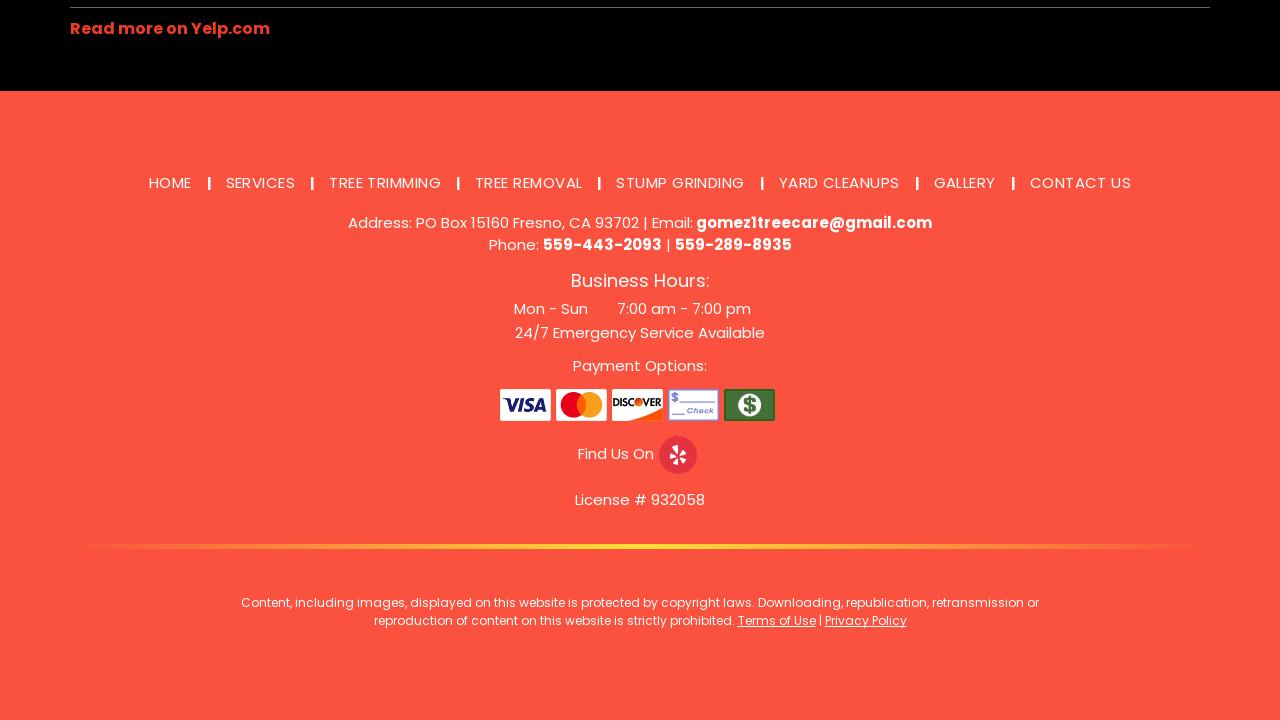  What do you see at coordinates (640, 498) in the screenshot?
I see `'License # 932058'` at bounding box center [640, 498].